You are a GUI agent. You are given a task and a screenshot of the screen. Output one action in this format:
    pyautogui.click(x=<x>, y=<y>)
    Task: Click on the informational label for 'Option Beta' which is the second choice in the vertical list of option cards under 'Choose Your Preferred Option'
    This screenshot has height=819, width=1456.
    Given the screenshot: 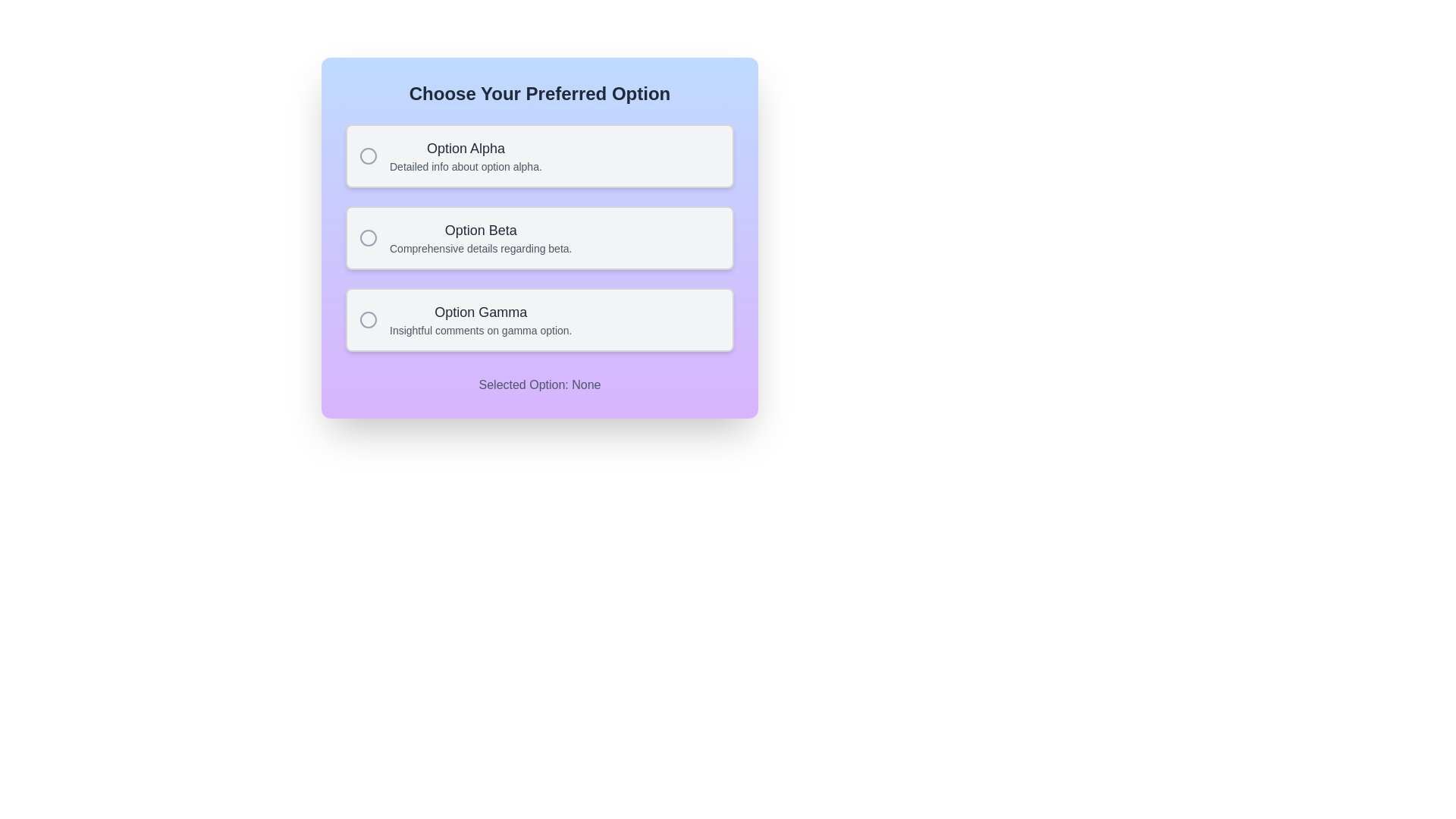 What is the action you would take?
    pyautogui.click(x=480, y=237)
    